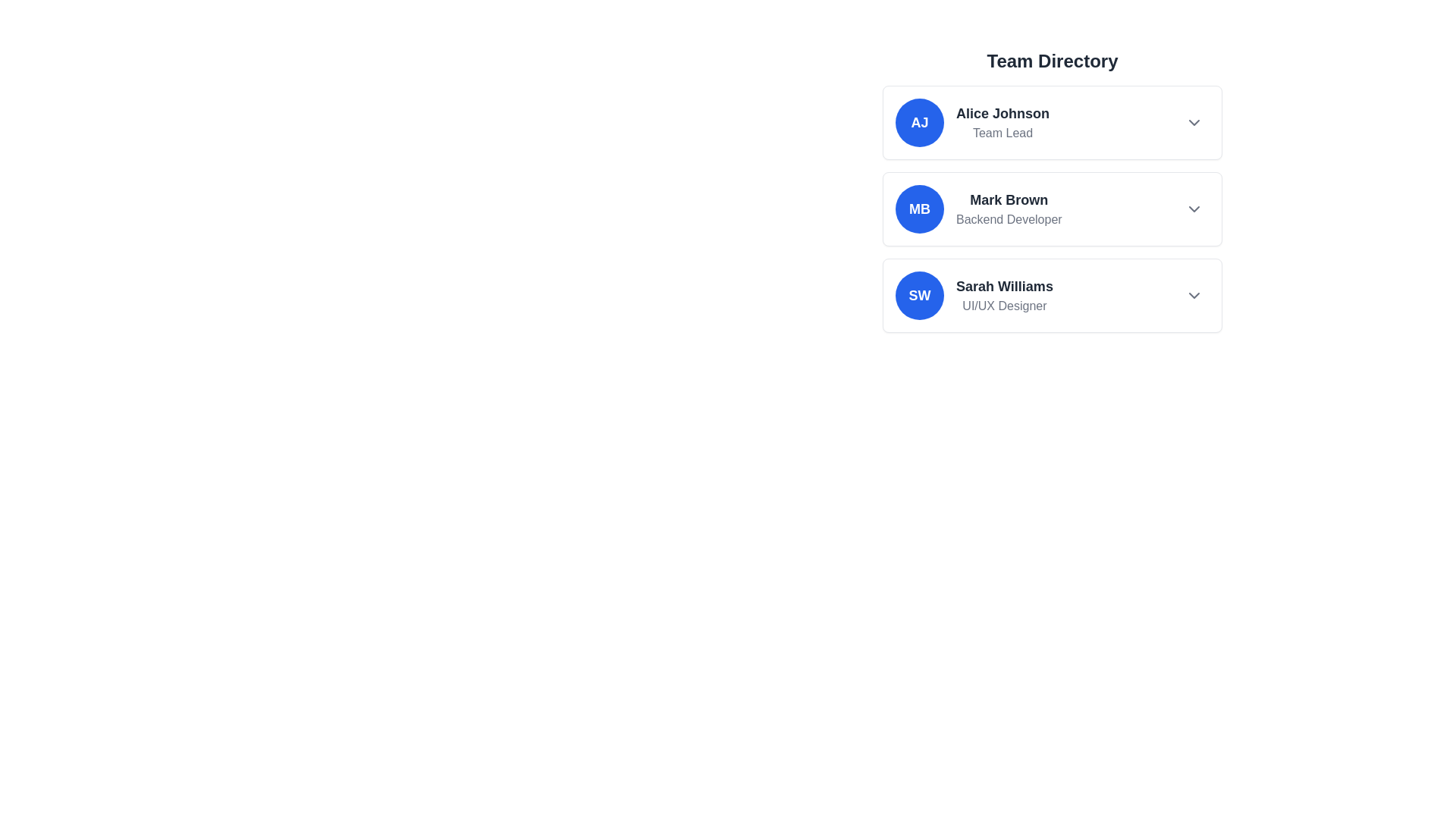  What do you see at coordinates (1051, 190) in the screenshot?
I see `on the profile card for 'Mark Brown', which is the second item in the team directory list` at bounding box center [1051, 190].